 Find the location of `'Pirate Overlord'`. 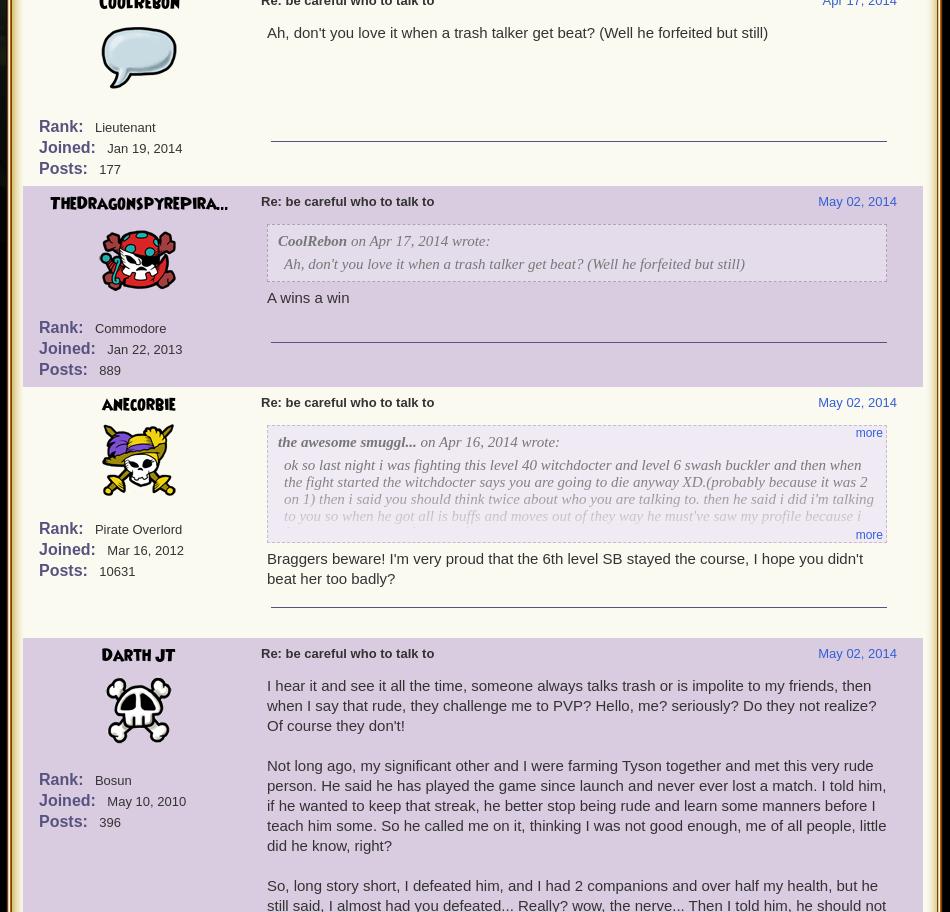

'Pirate Overlord' is located at coordinates (138, 528).